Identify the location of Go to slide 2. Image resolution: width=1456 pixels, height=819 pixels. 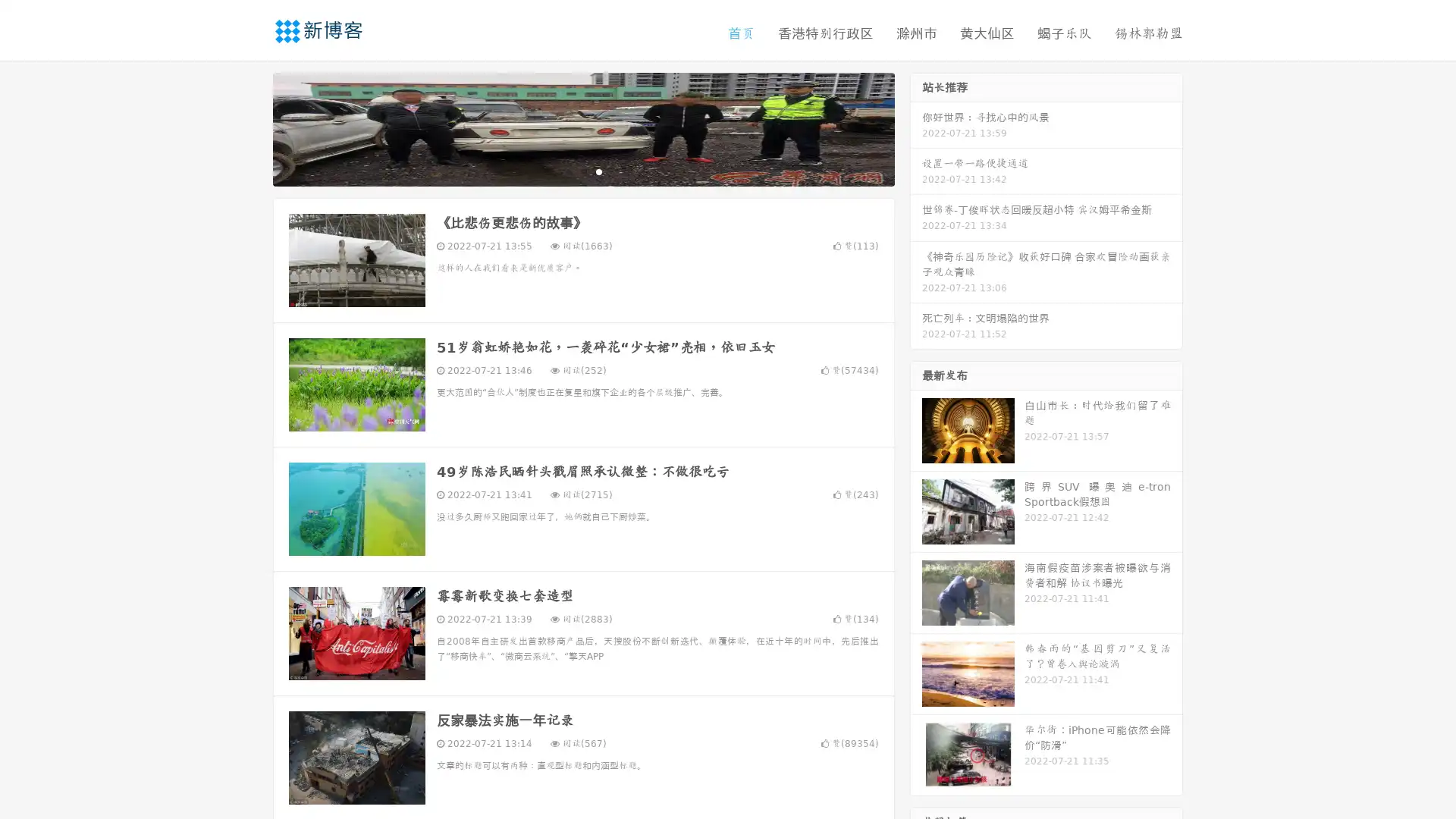
(582, 171).